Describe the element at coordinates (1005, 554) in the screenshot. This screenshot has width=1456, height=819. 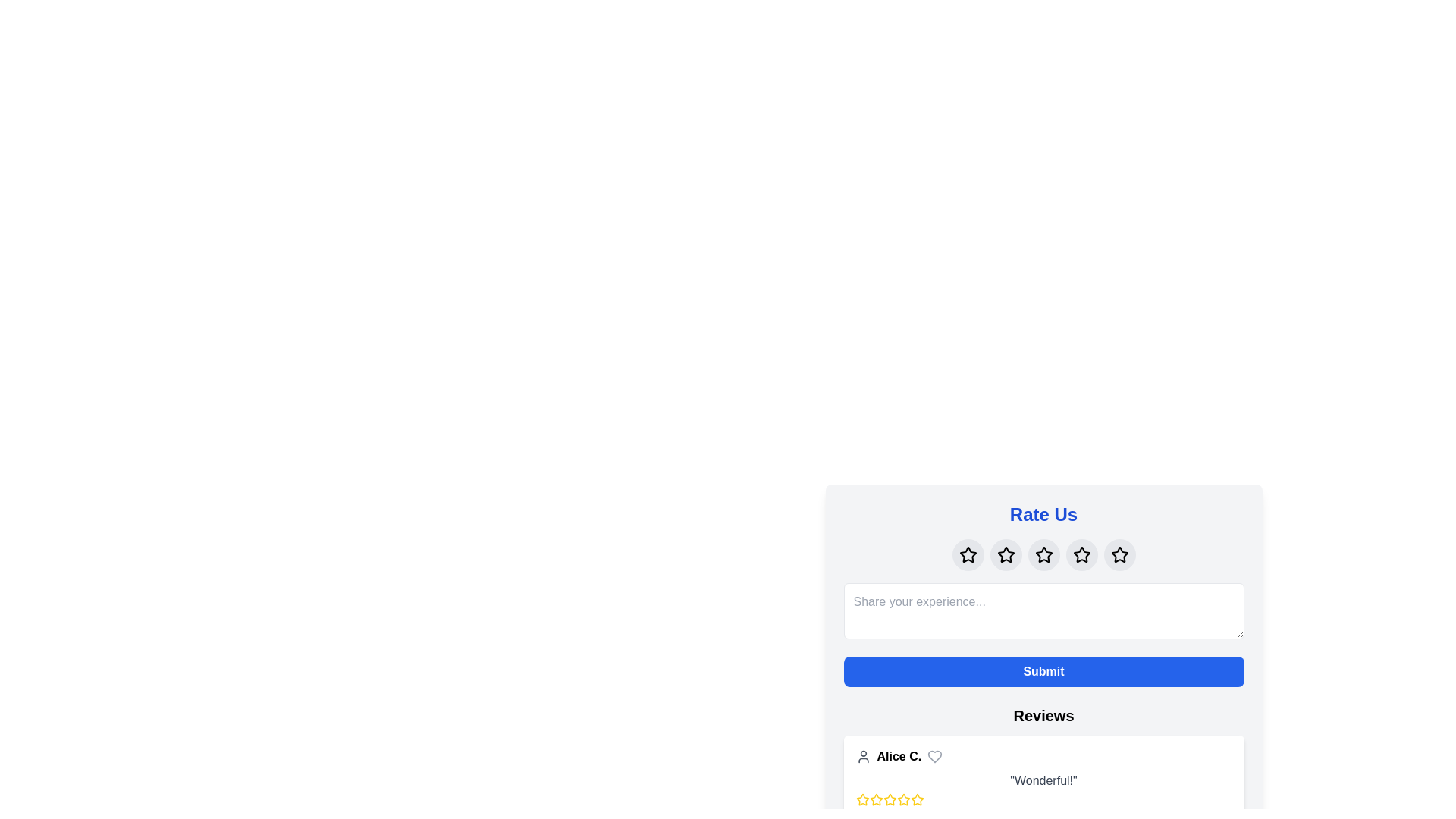
I see `the central interactive star icon` at that location.